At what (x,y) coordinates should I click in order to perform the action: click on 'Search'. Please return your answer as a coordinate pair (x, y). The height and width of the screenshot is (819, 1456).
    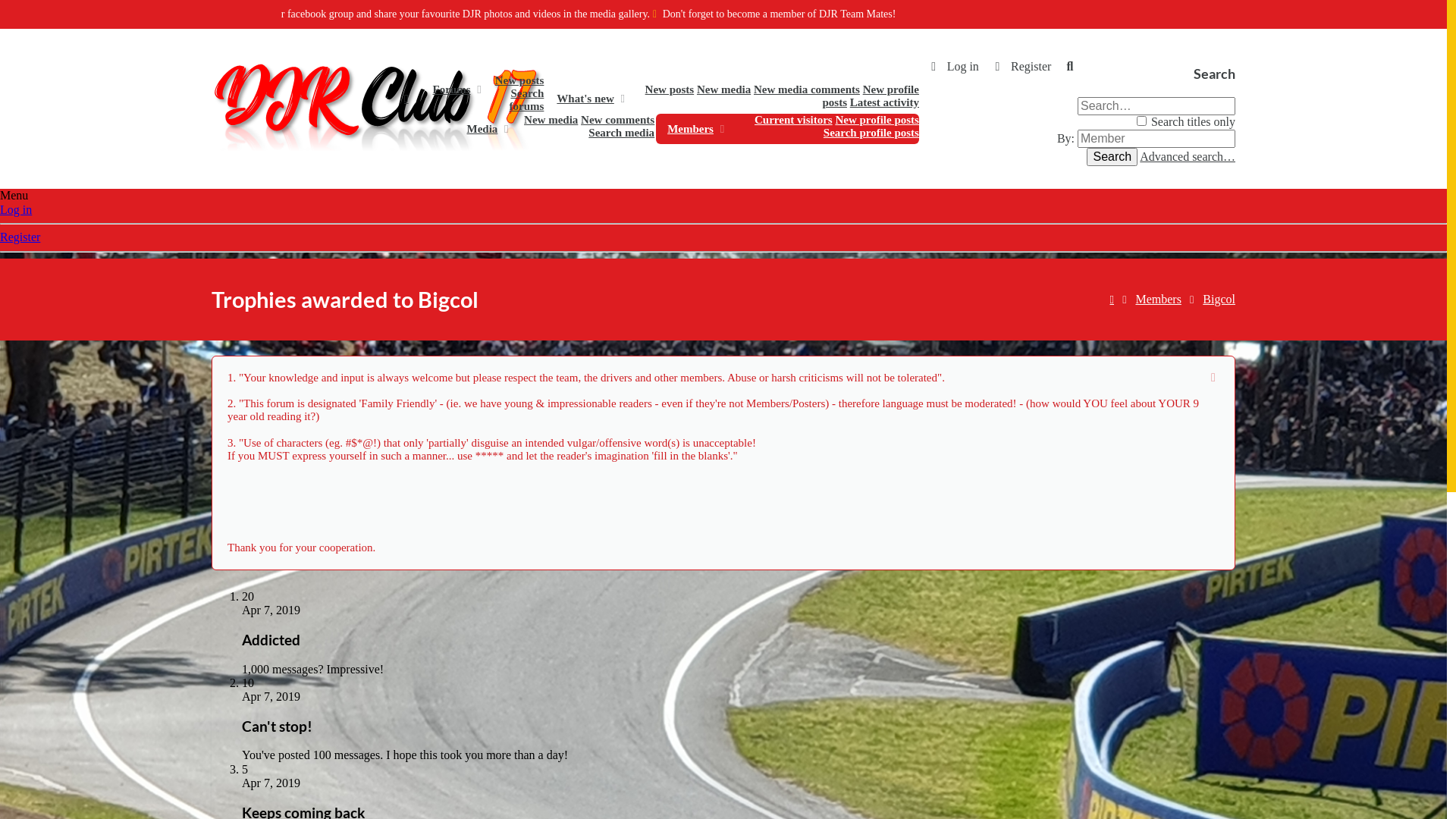
    Looking at the image, I should click on (1069, 66).